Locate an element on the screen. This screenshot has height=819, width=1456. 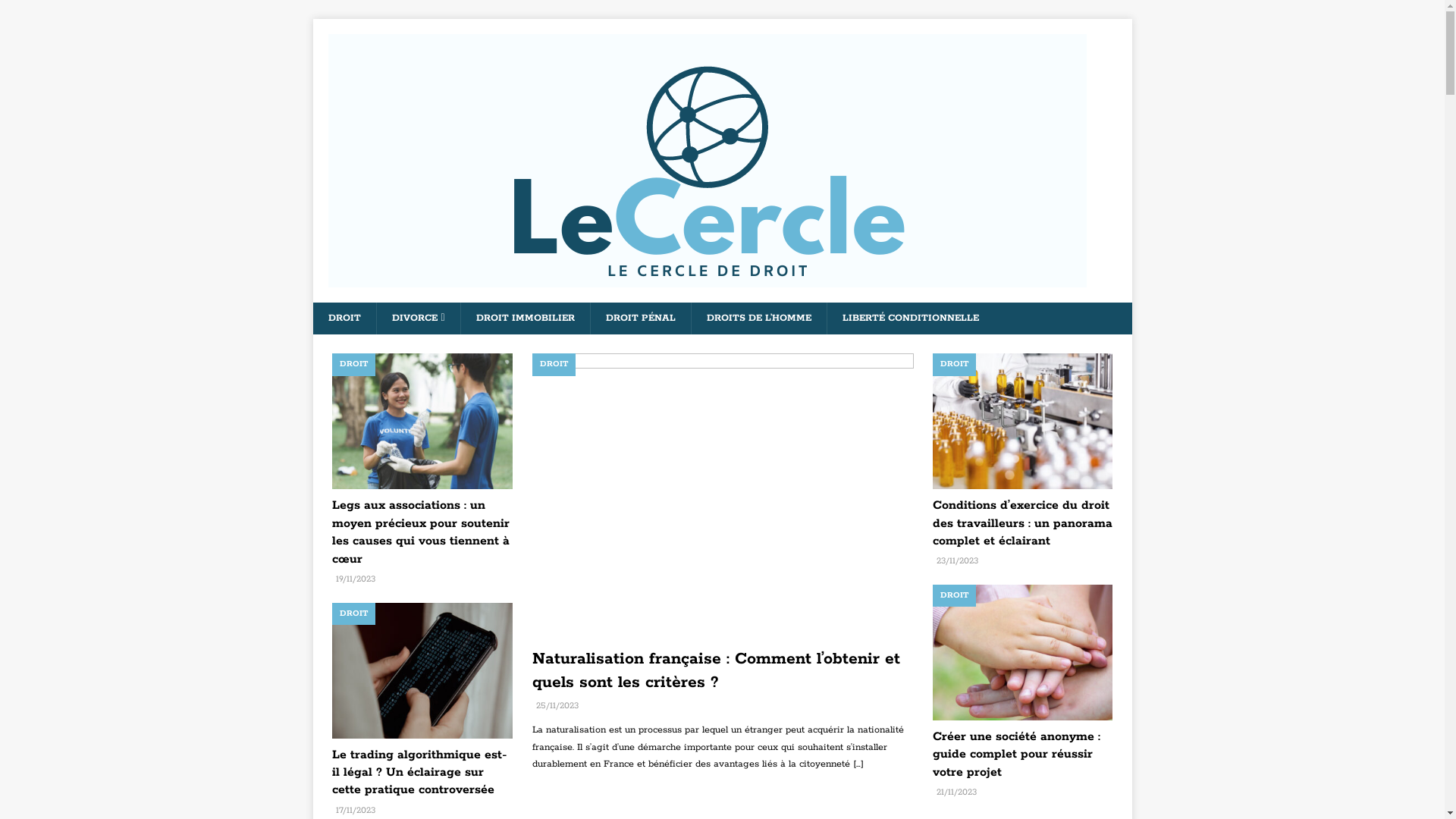
'DROIT IMMOBILIER' is located at coordinates (525, 318).